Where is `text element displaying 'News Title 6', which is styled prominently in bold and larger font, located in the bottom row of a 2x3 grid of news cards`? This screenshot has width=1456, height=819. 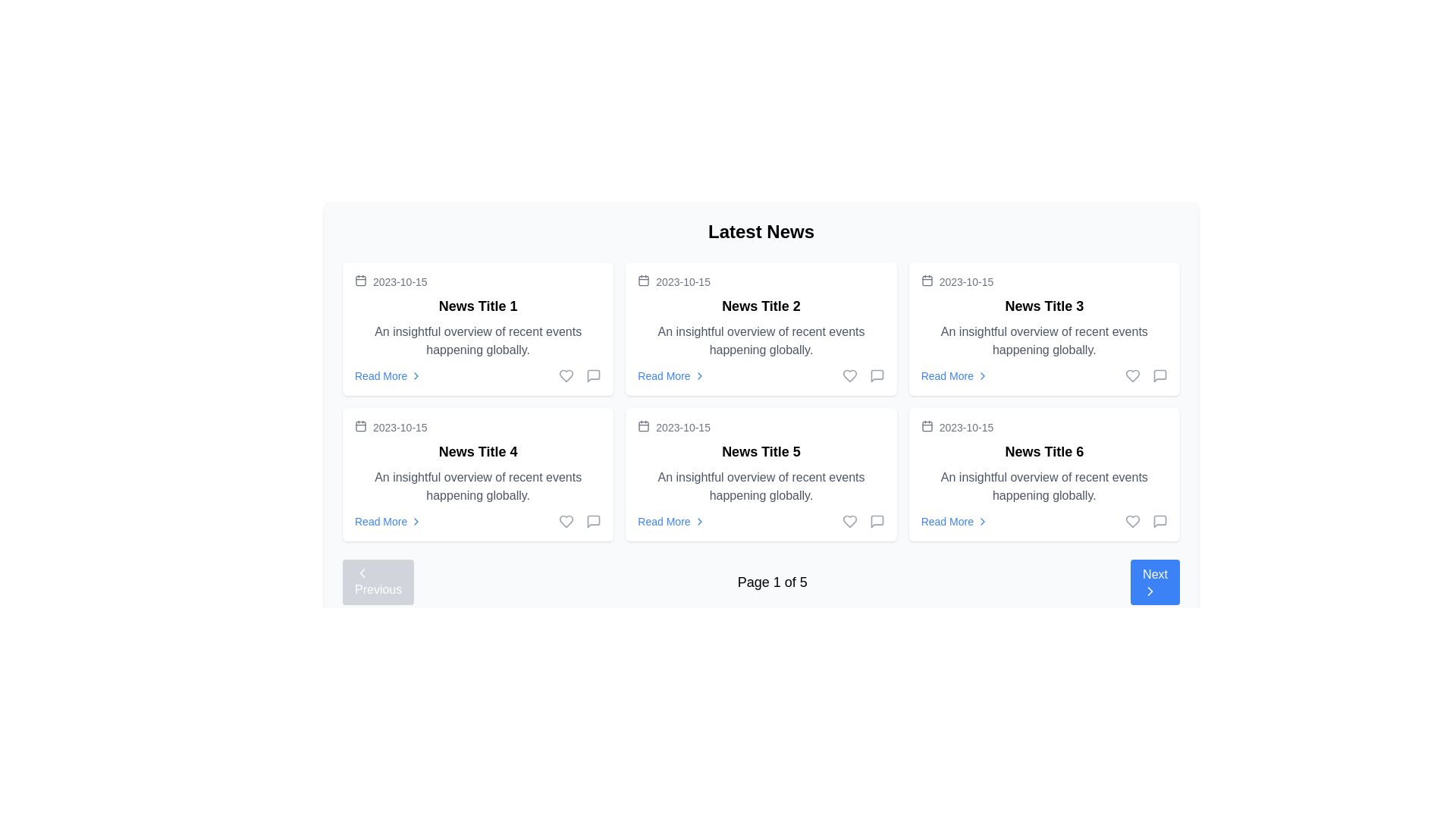 text element displaying 'News Title 6', which is styled prominently in bold and larger font, located in the bottom row of a 2x3 grid of news cards is located at coordinates (1043, 451).